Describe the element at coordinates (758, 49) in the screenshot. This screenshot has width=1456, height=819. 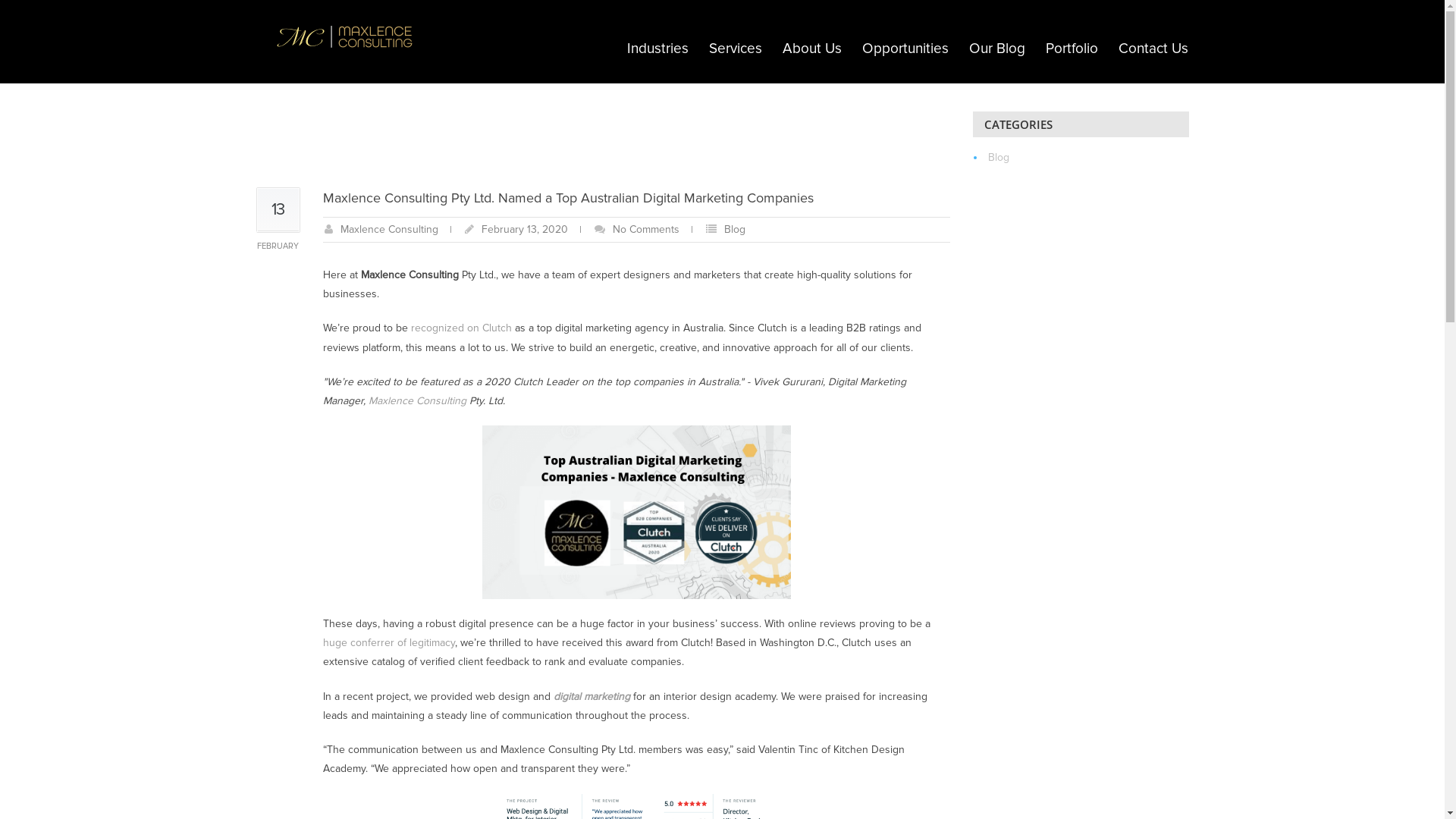
I see `'Home'` at that location.